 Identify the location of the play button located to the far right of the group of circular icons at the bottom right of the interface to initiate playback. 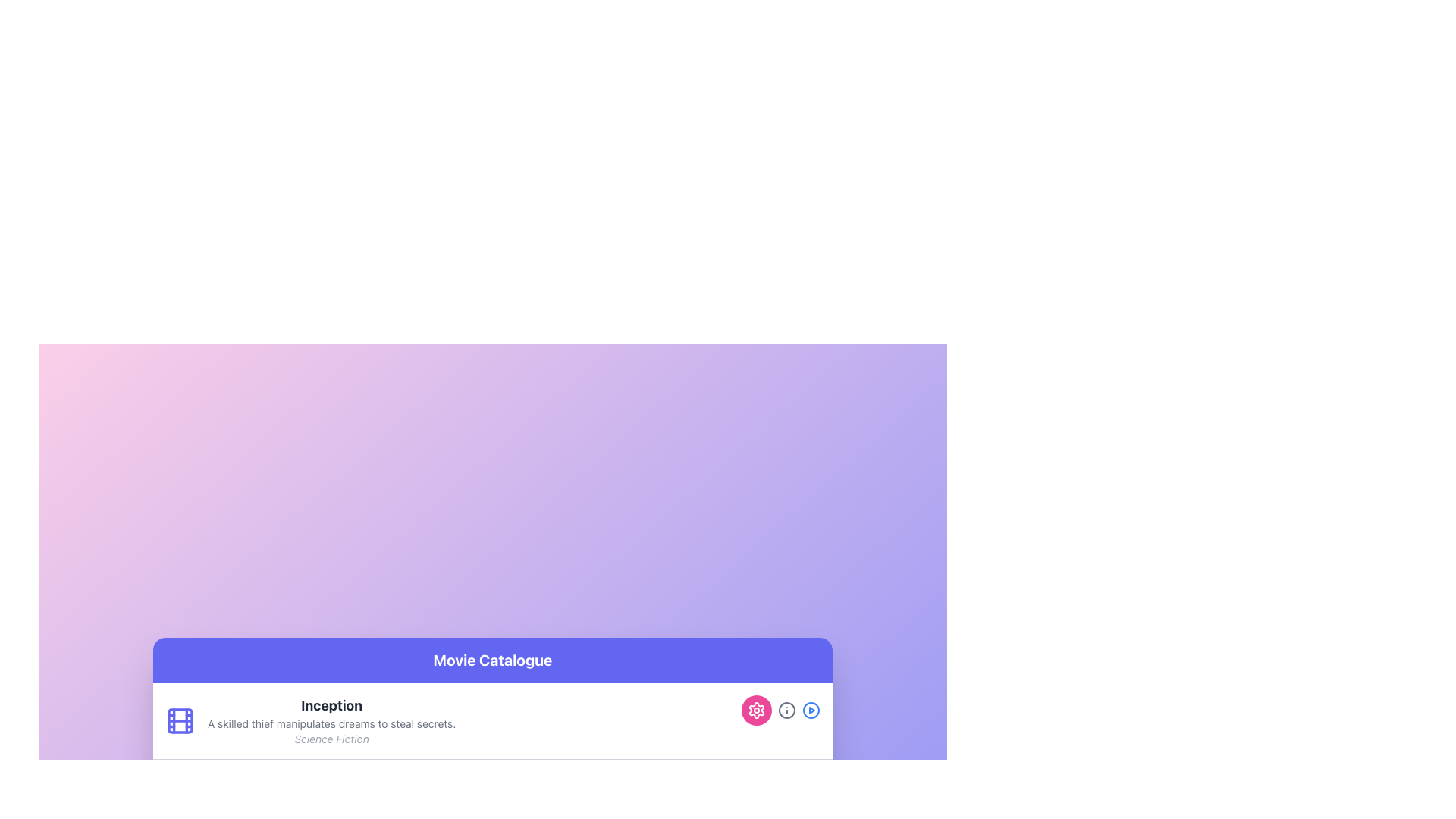
(811, 710).